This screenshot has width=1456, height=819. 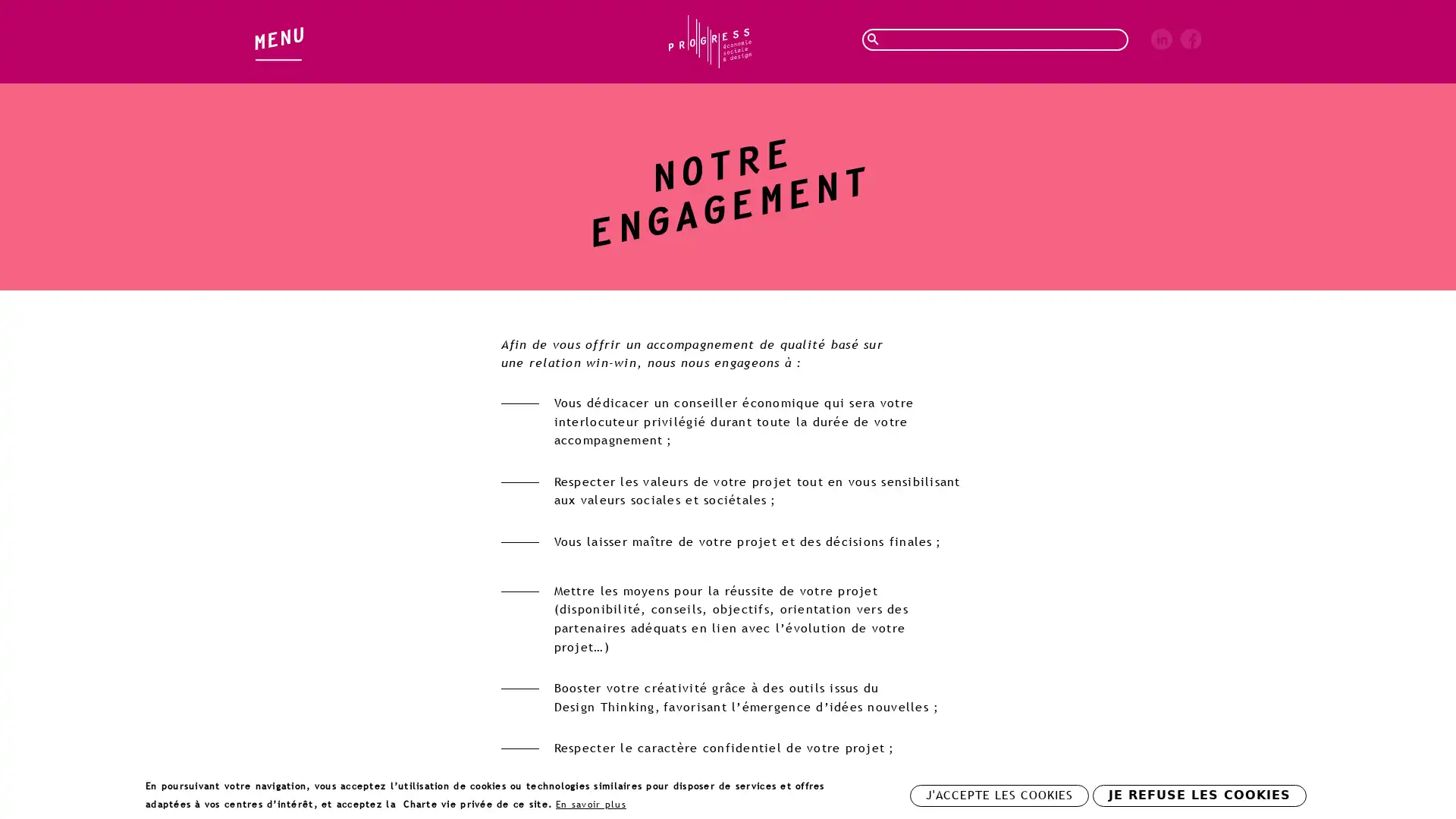 I want to click on J'ACCEPTE LES COOKIES, so click(x=999, y=795).